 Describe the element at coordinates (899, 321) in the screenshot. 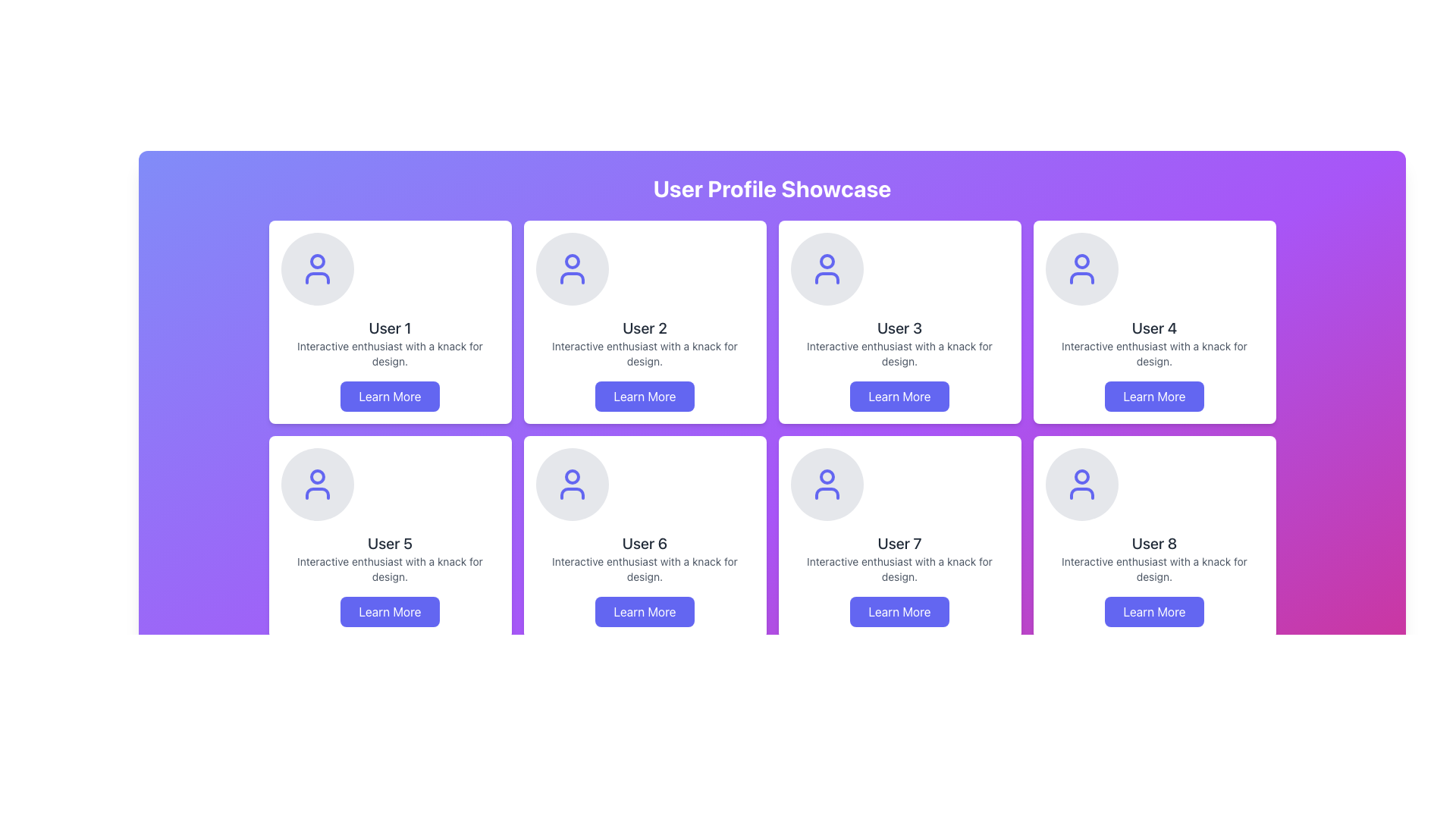

I see `the text area of the user profile card` at that location.